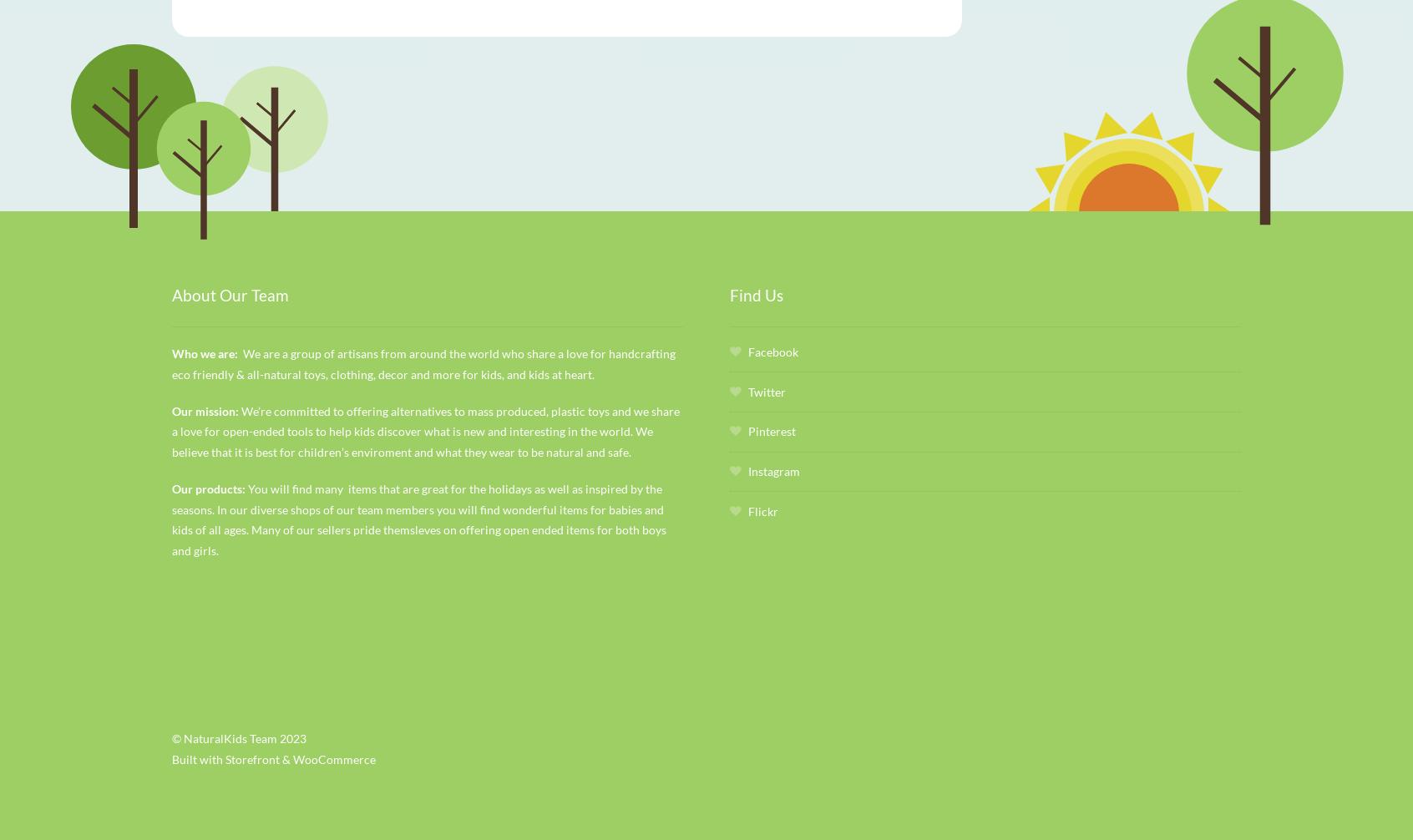 Image resolution: width=1413 pixels, height=840 pixels. What do you see at coordinates (209, 488) in the screenshot?
I see `'Our products:'` at bounding box center [209, 488].